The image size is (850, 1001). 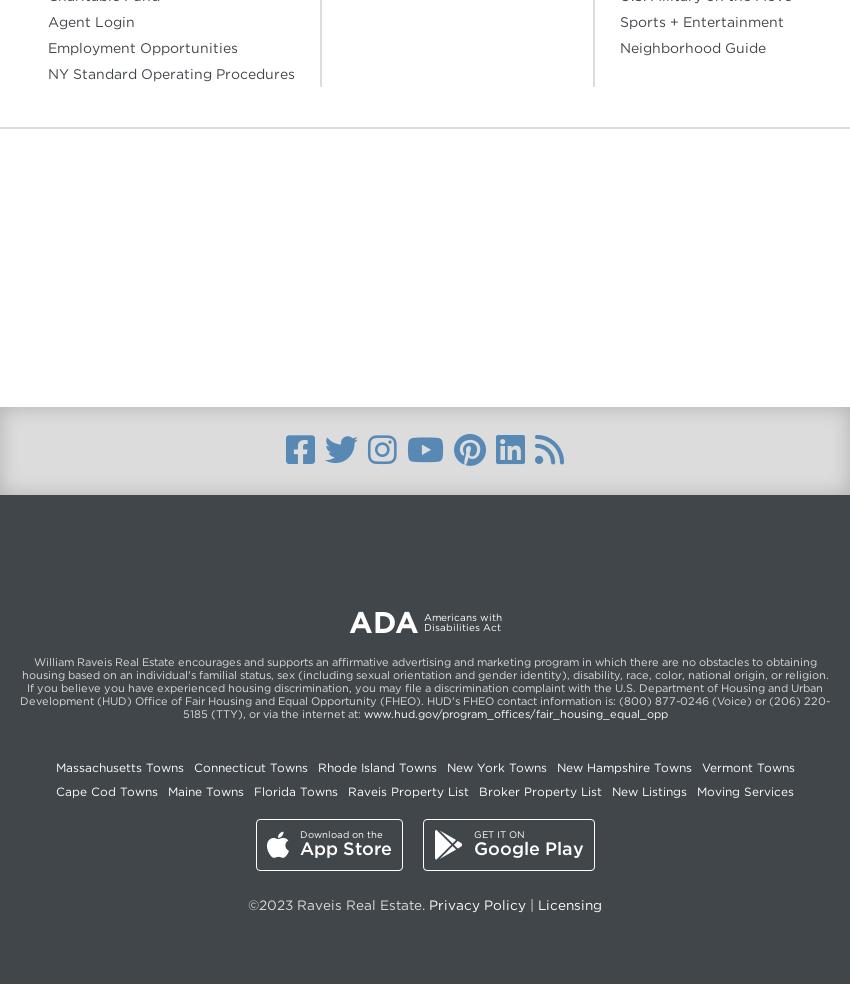 I want to click on 'Sports + Entertainment', so click(x=701, y=22).